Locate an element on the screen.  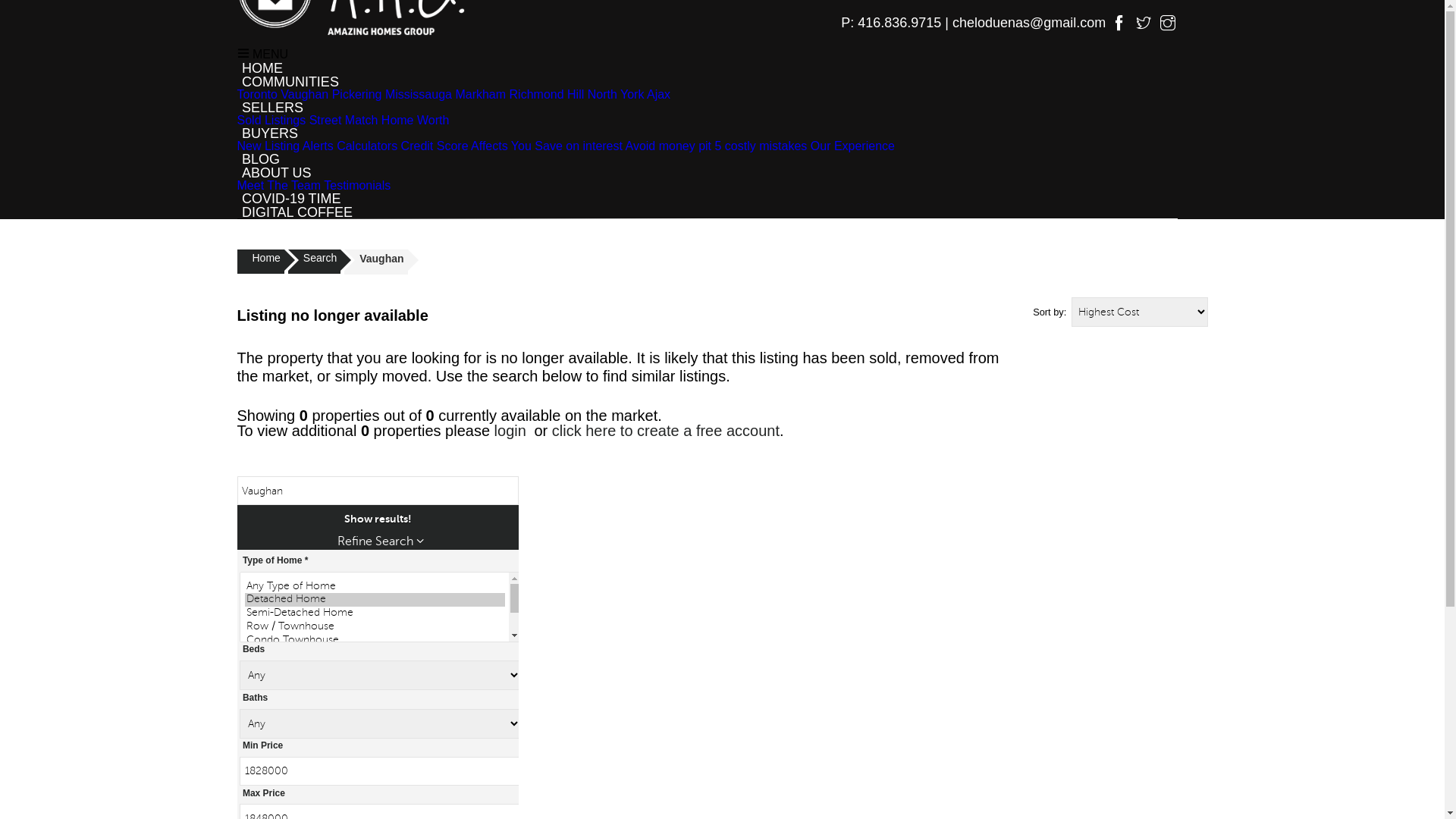
'BLOG' is located at coordinates (236, 158).